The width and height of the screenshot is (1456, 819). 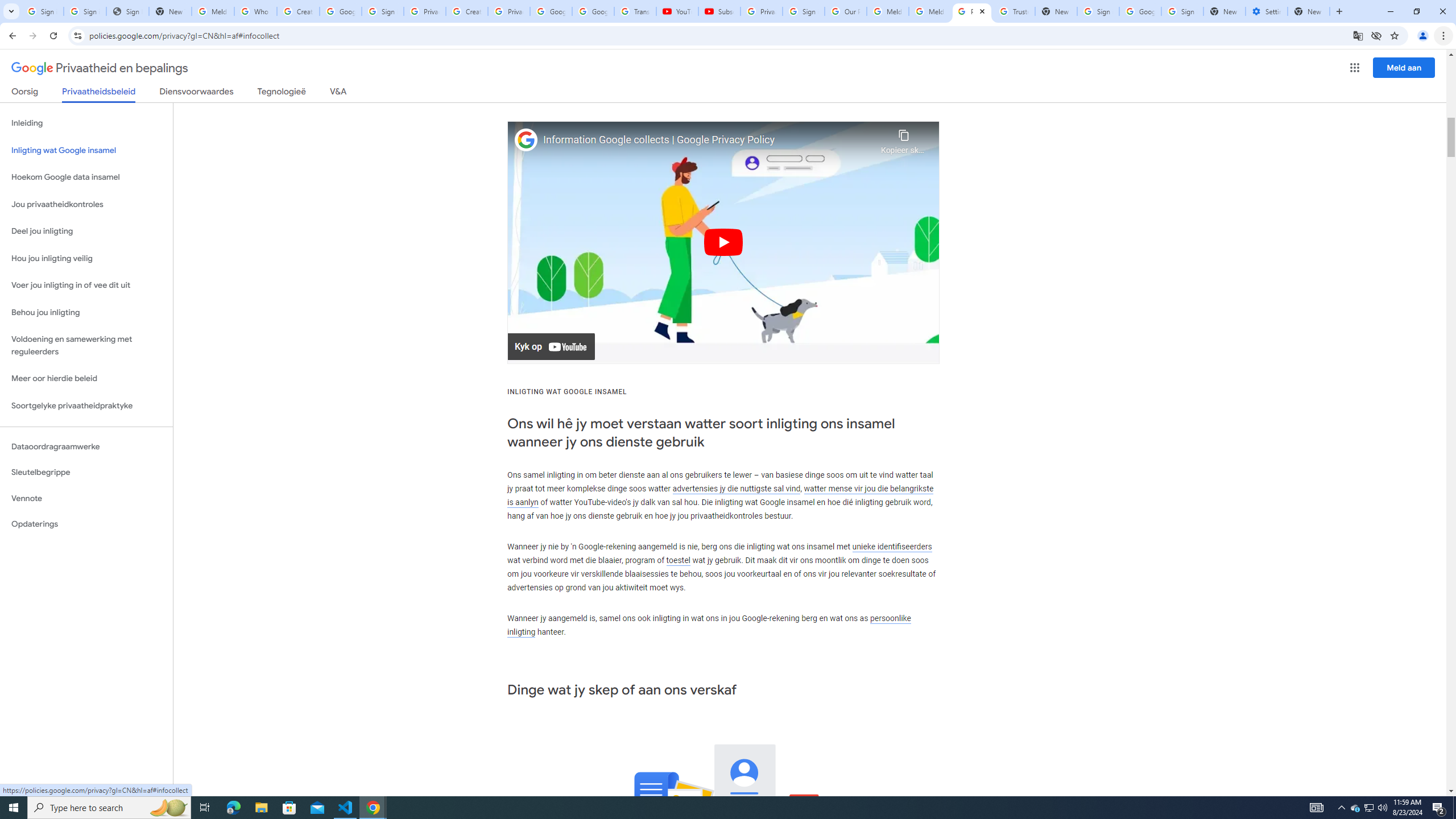 What do you see at coordinates (526, 139) in the screenshot?
I see `'Fotobeeld van Google'` at bounding box center [526, 139].